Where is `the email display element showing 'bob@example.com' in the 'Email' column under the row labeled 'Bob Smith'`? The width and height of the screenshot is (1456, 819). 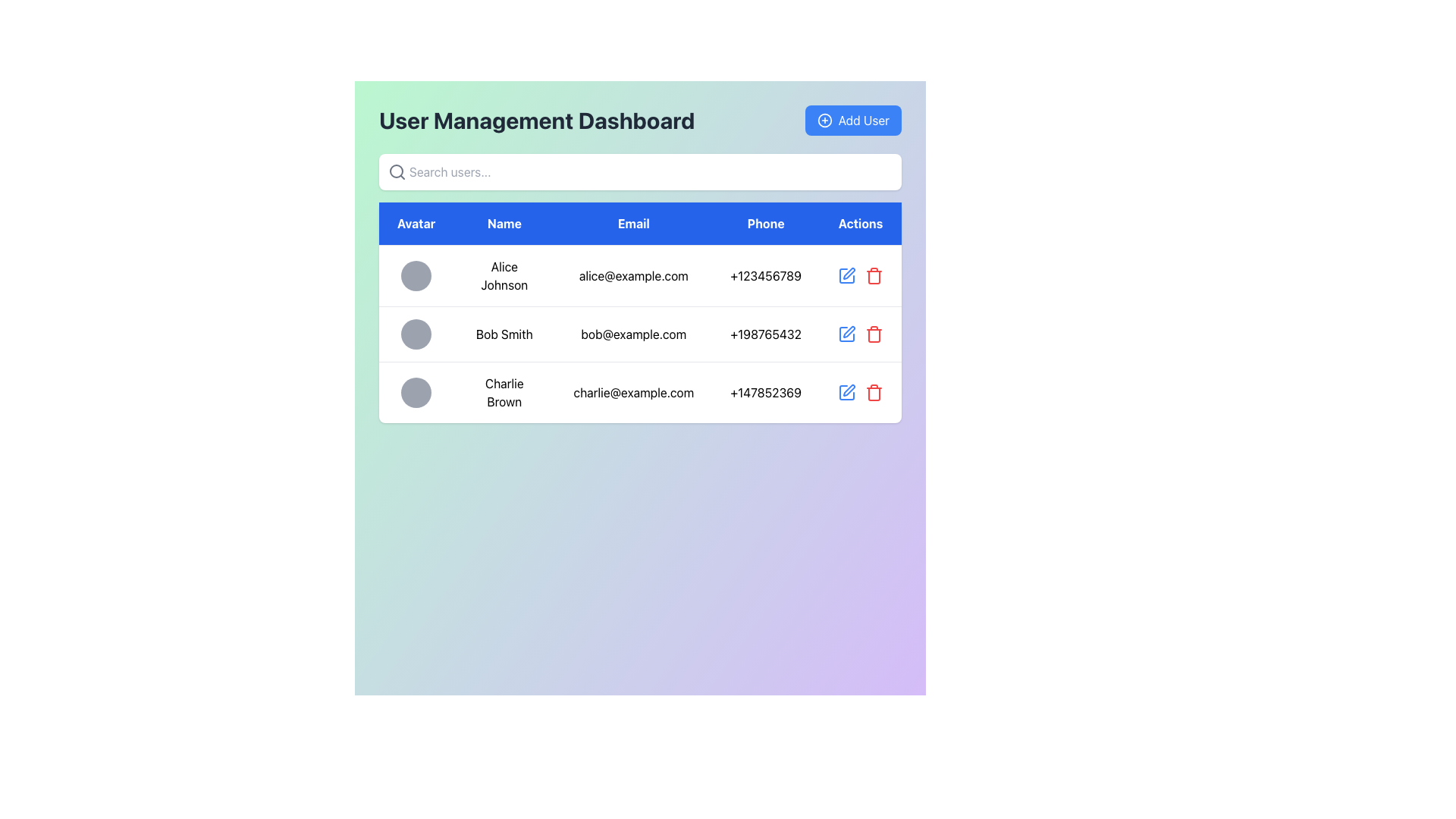
the email display element showing 'bob@example.com' in the 'Email' column under the row labeled 'Bob Smith' is located at coordinates (633, 333).